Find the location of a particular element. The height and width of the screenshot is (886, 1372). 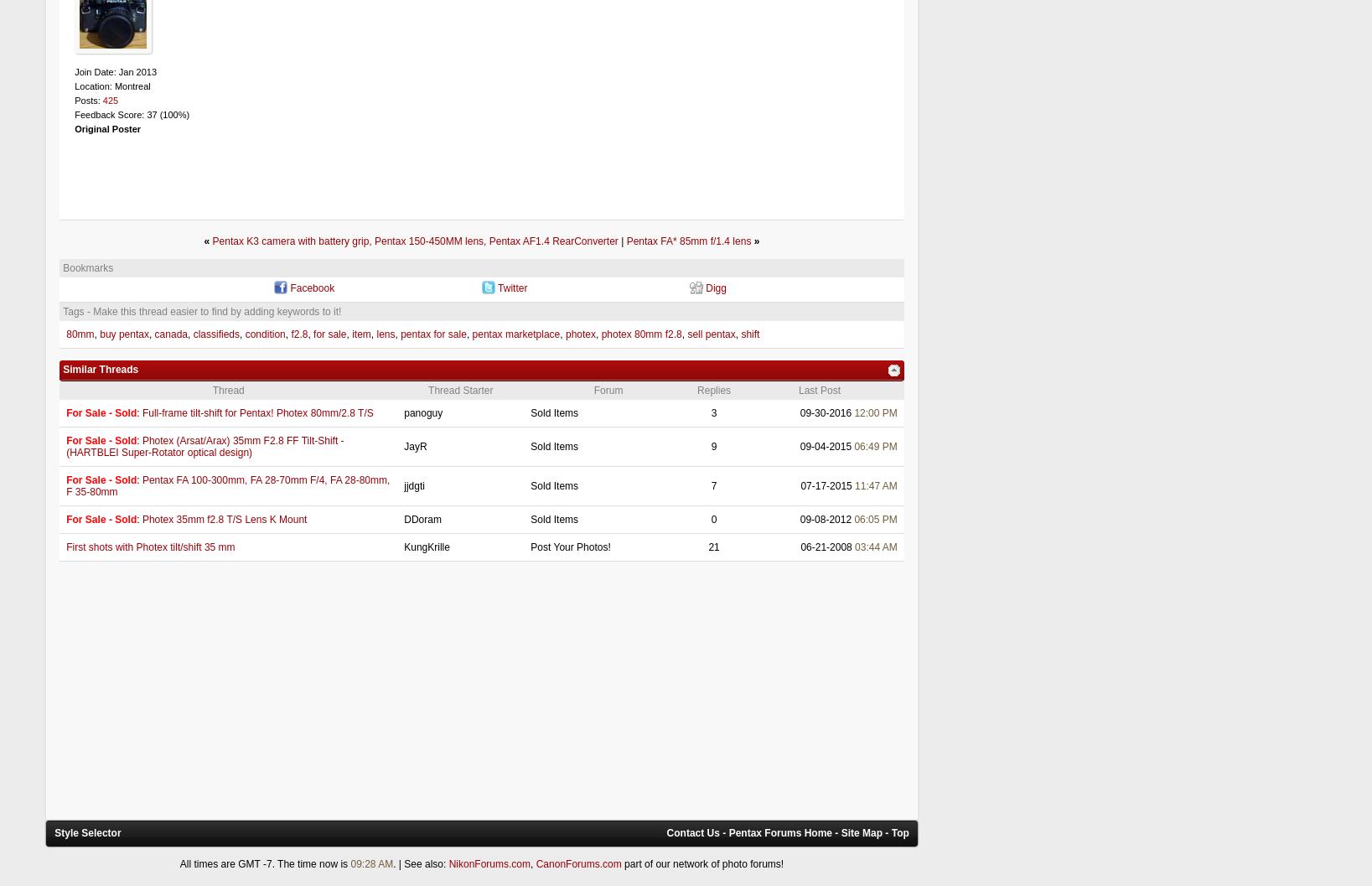

'11:47 AM' is located at coordinates (854, 484).